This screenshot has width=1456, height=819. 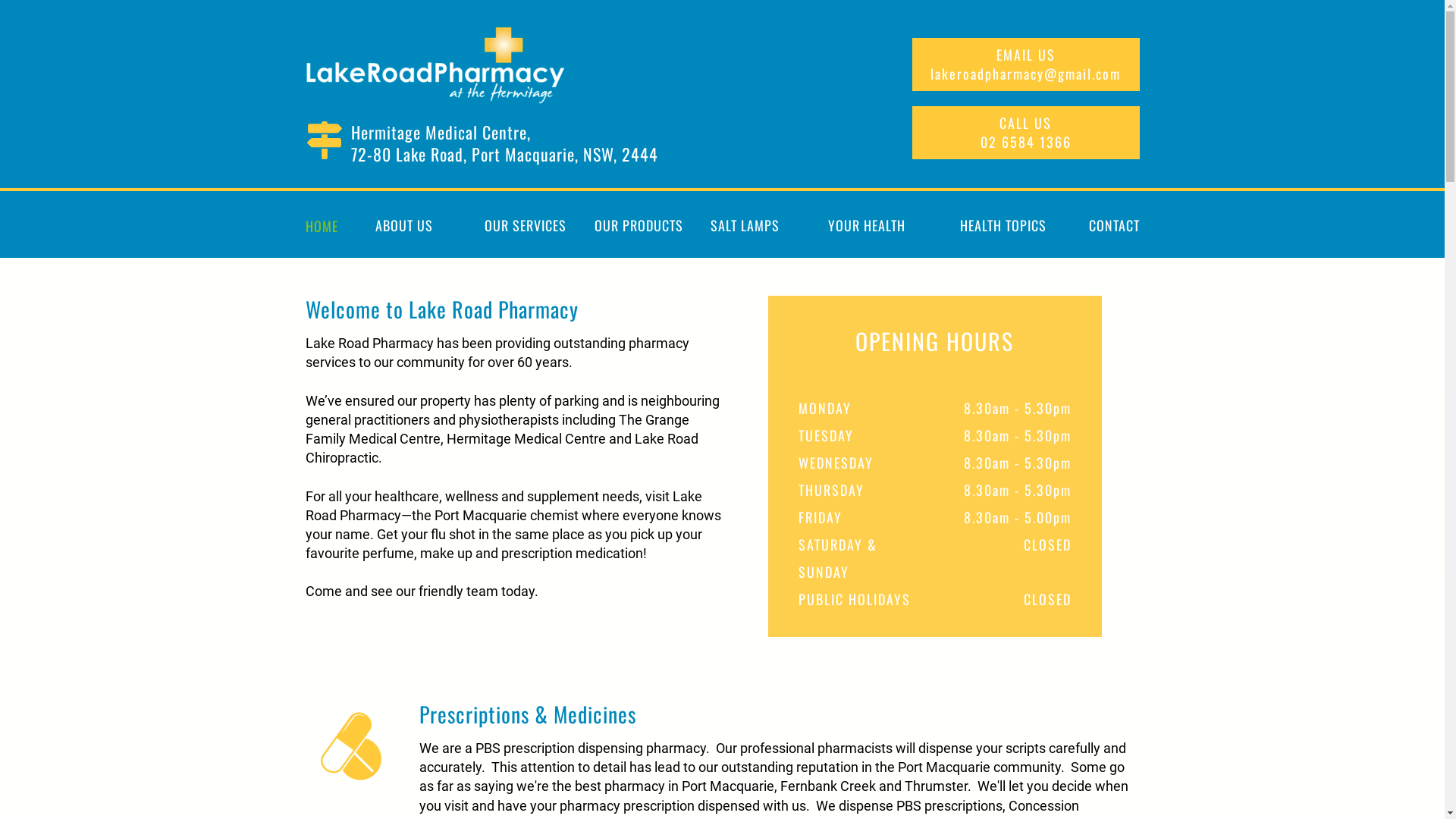 What do you see at coordinates (524, 225) in the screenshot?
I see `'OUR SERVICES'` at bounding box center [524, 225].